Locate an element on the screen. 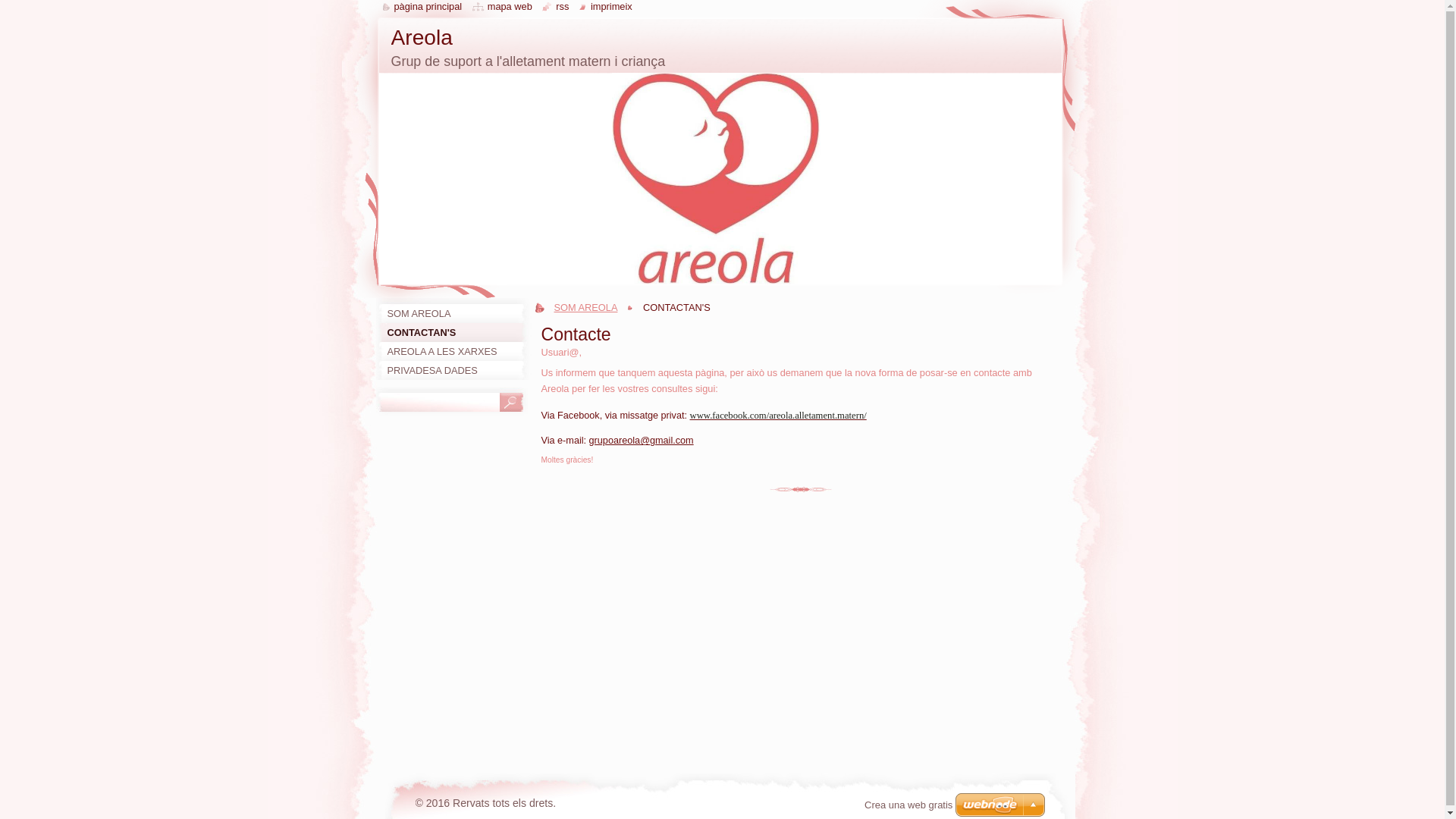  'www.facebook.com/areola.alletament.matern/' is located at coordinates (778, 415).